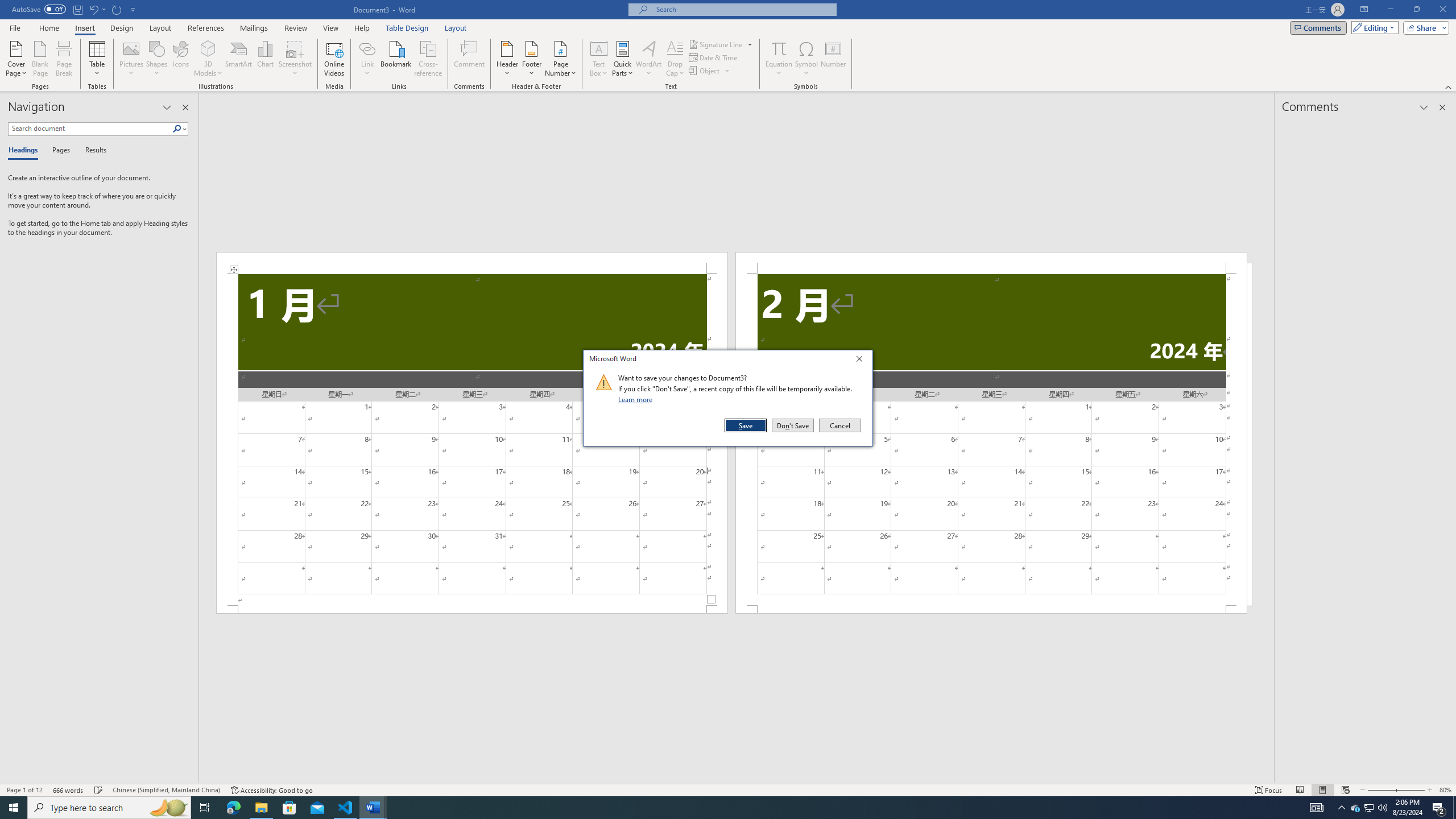 The height and width of the screenshot is (819, 1456). Describe the element at coordinates (74, 9) in the screenshot. I see `'Quick Access Toolbar'` at that location.